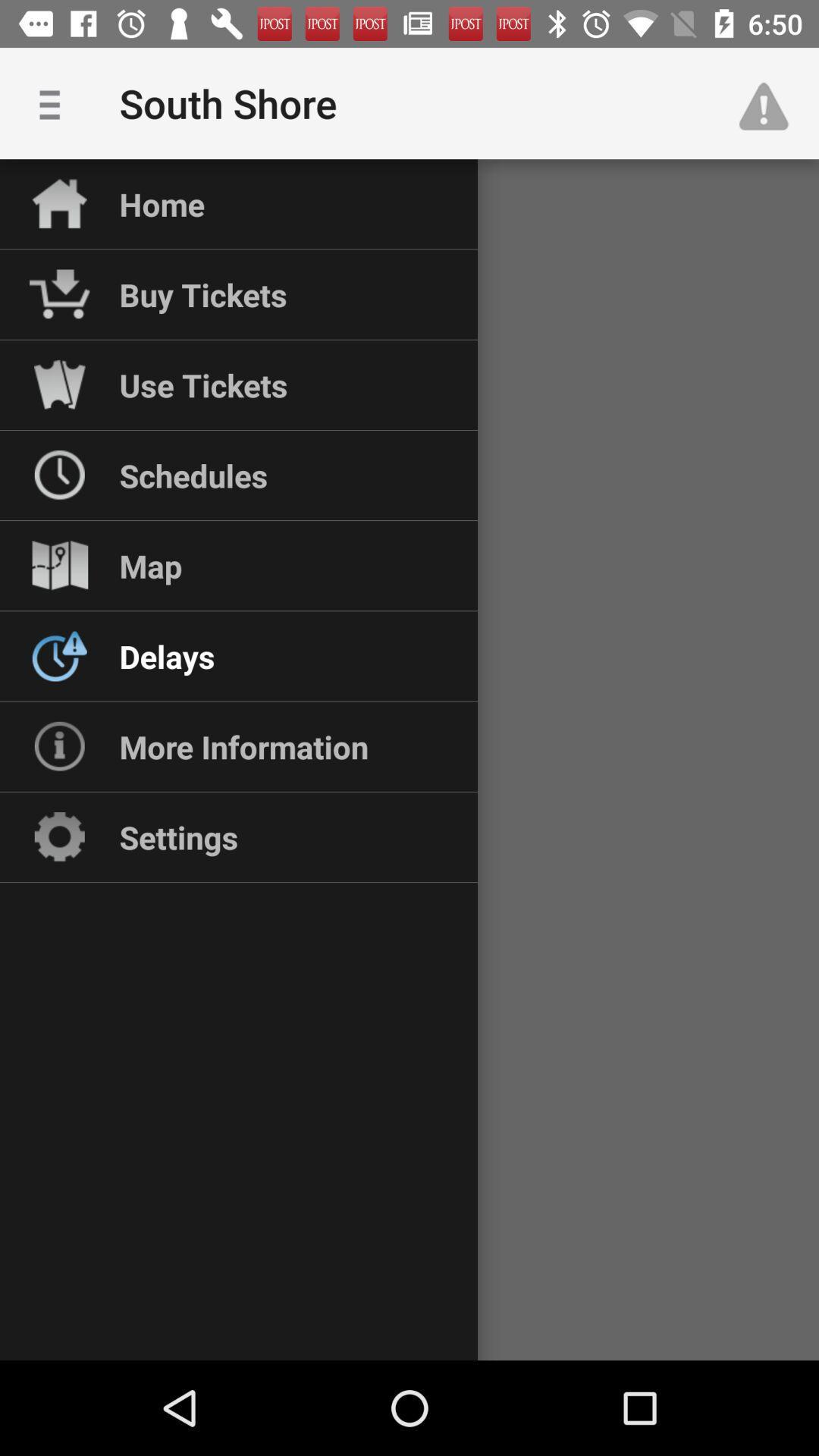 The height and width of the screenshot is (1456, 819). What do you see at coordinates (55, 102) in the screenshot?
I see `icon next to home item` at bounding box center [55, 102].